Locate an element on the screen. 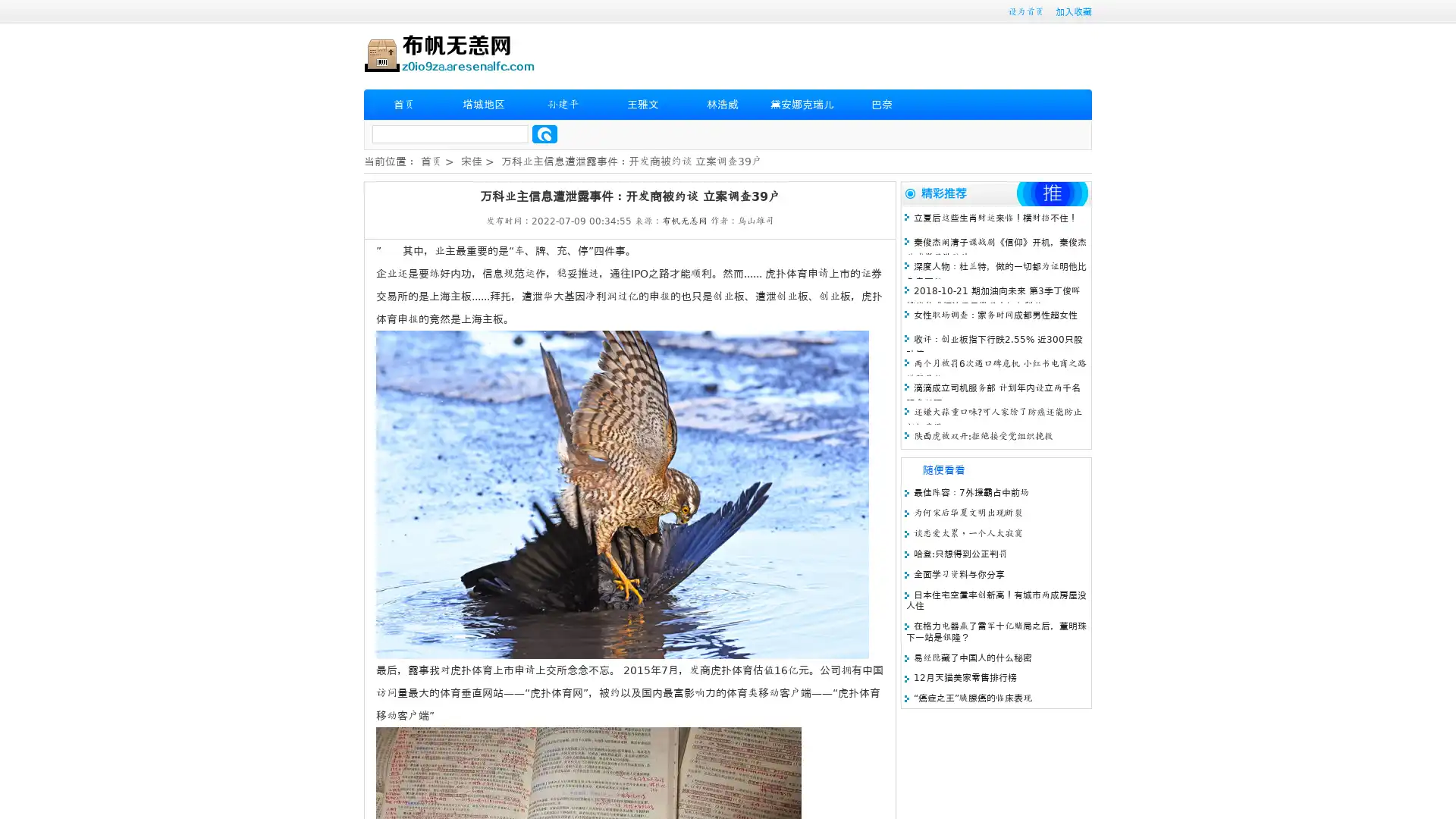 The height and width of the screenshot is (819, 1456). Search is located at coordinates (544, 133).